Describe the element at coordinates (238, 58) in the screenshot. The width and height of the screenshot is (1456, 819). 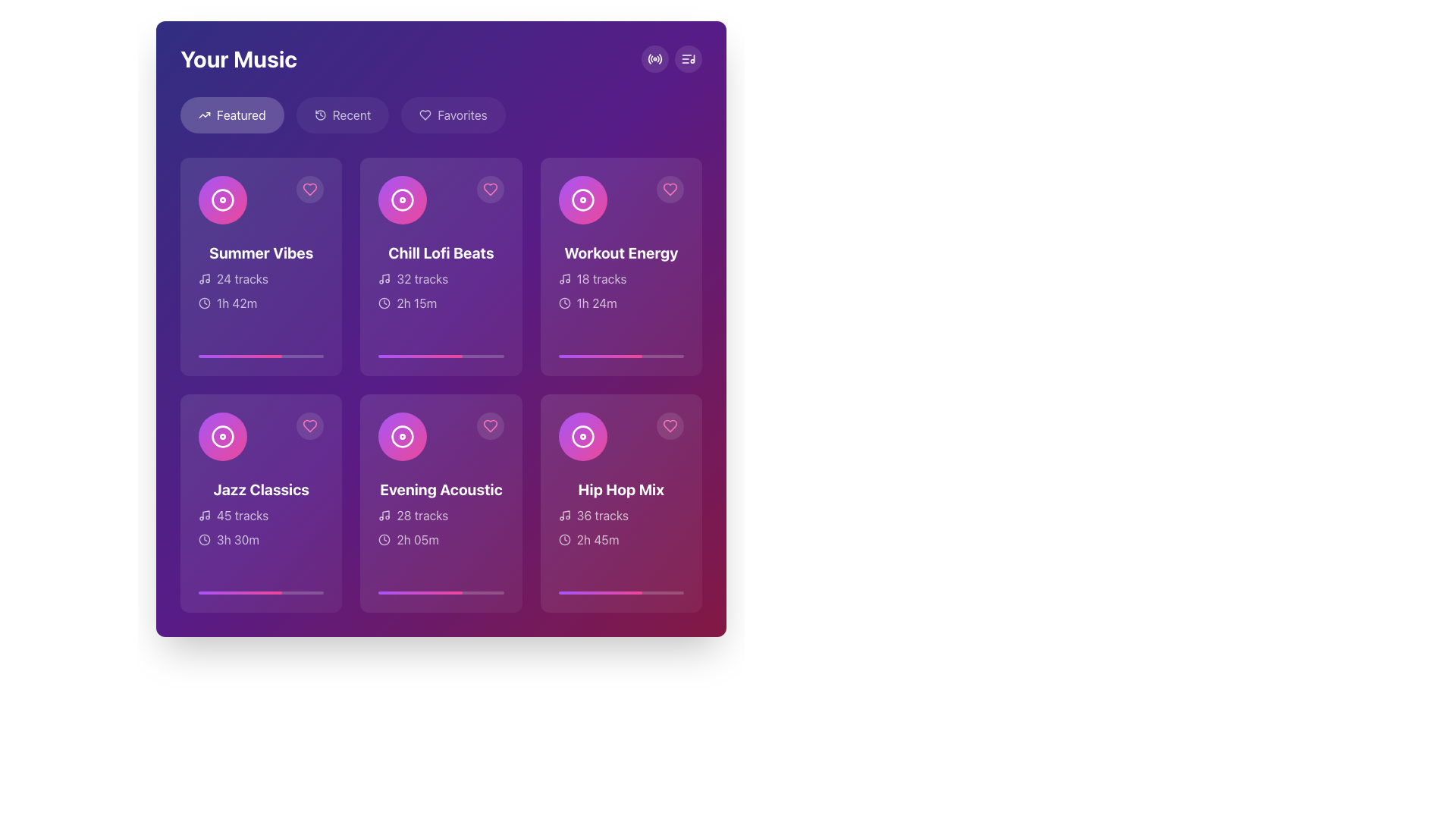
I see `heading label 'Your Music' located at the top-left corner of the page, which serves as the title of the section, indicating a personalized space for the user's music collection` at that location.